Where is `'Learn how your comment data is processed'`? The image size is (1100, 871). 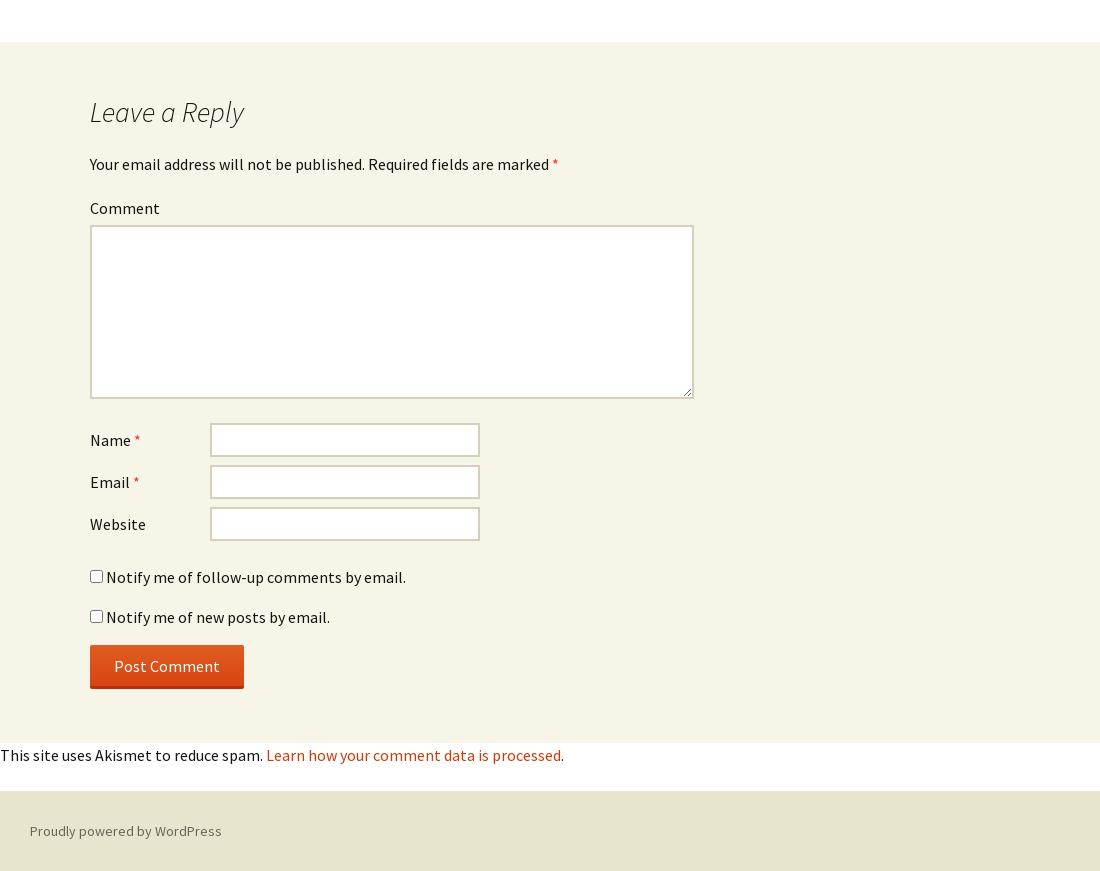
'Learn how your comment data is processed' is located at coordinates (412, 754).